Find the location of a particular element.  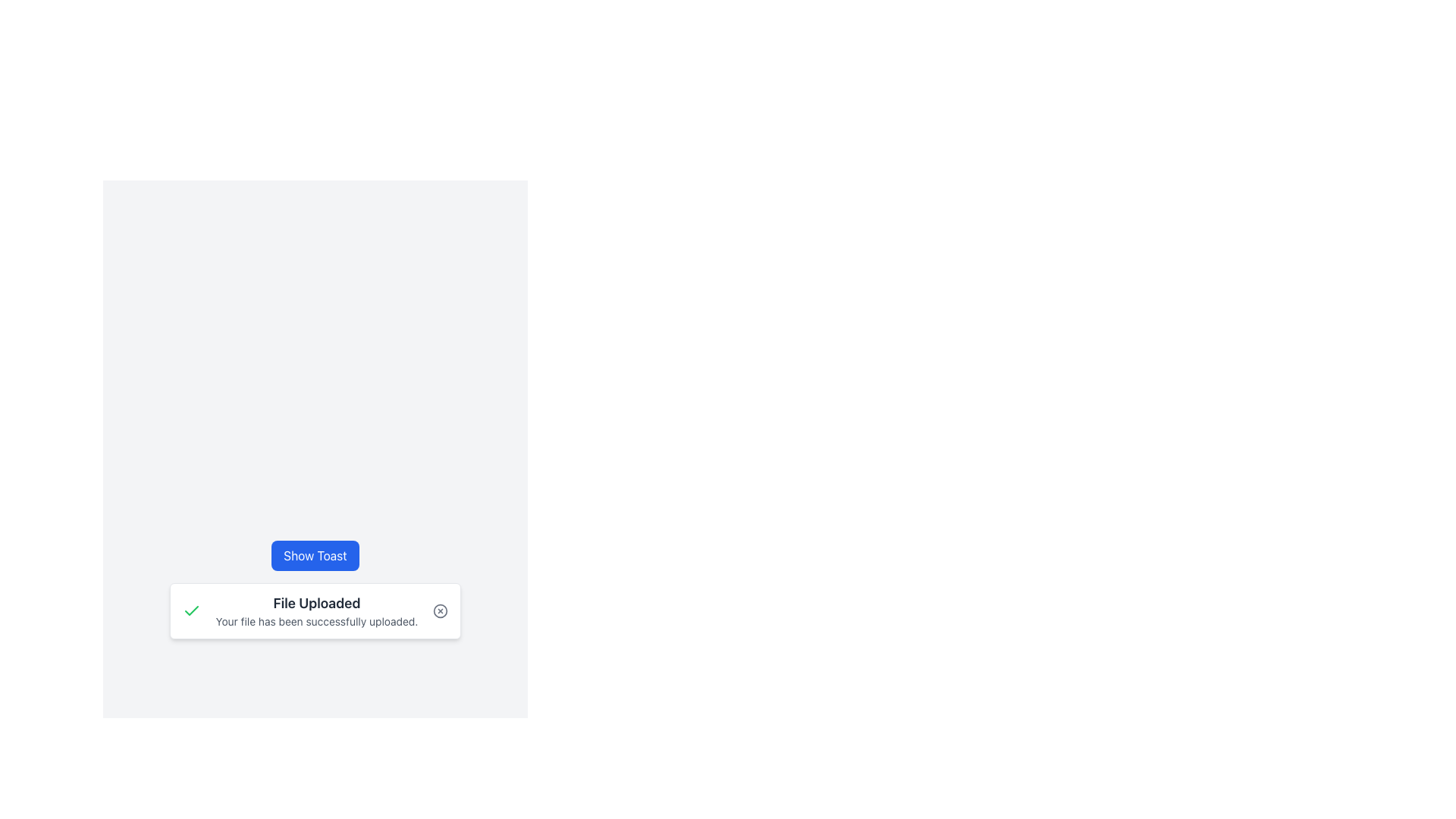

the success icon located to the left of the text 'File Uploaded' in the notification panel, indicating that the file upload operation has been successful is located at coordinates (191, 610).